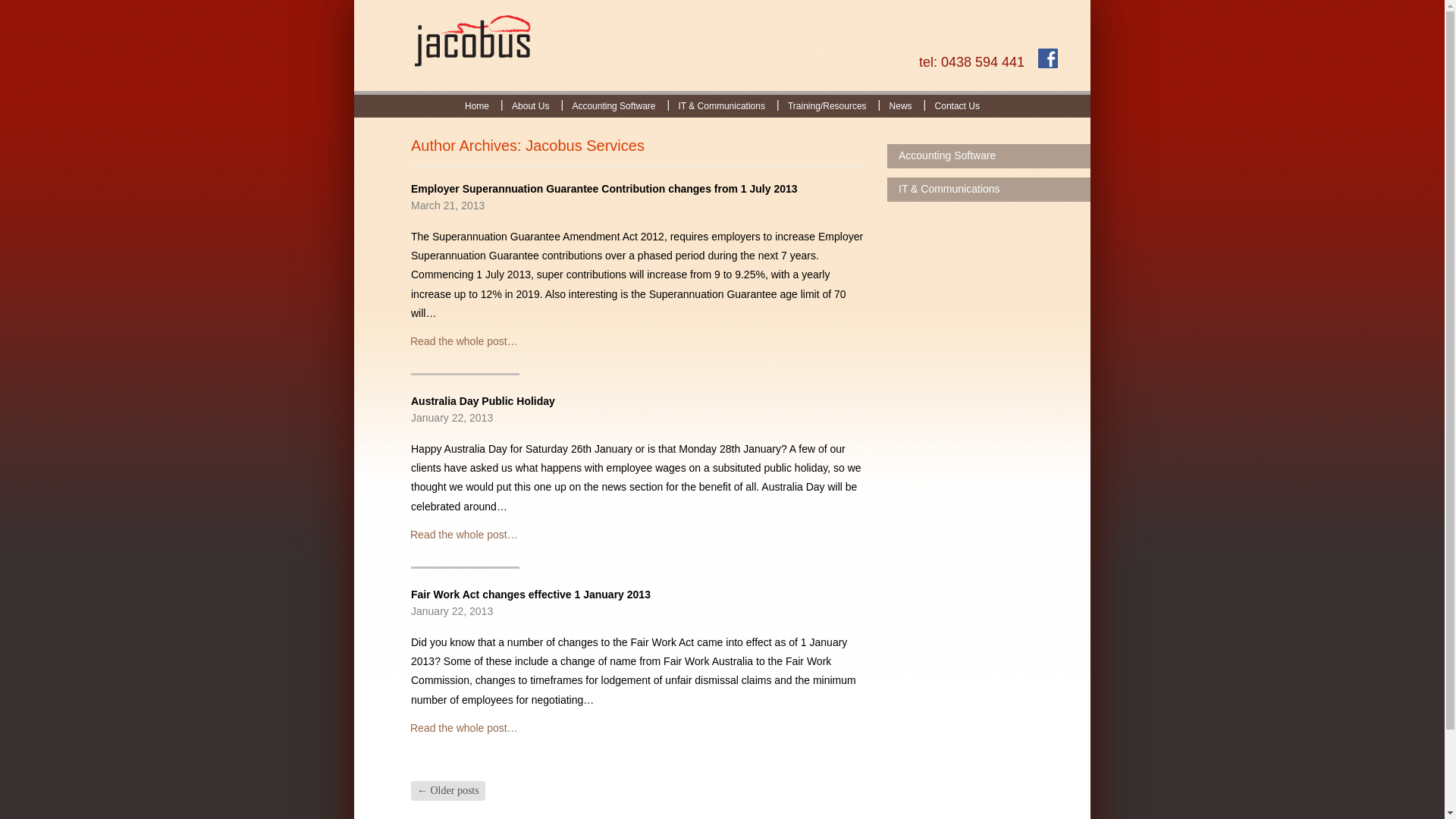 The width and height of the screenshot is (1456, 819). I want to click on 'Accounting Software', so click(613, 105).